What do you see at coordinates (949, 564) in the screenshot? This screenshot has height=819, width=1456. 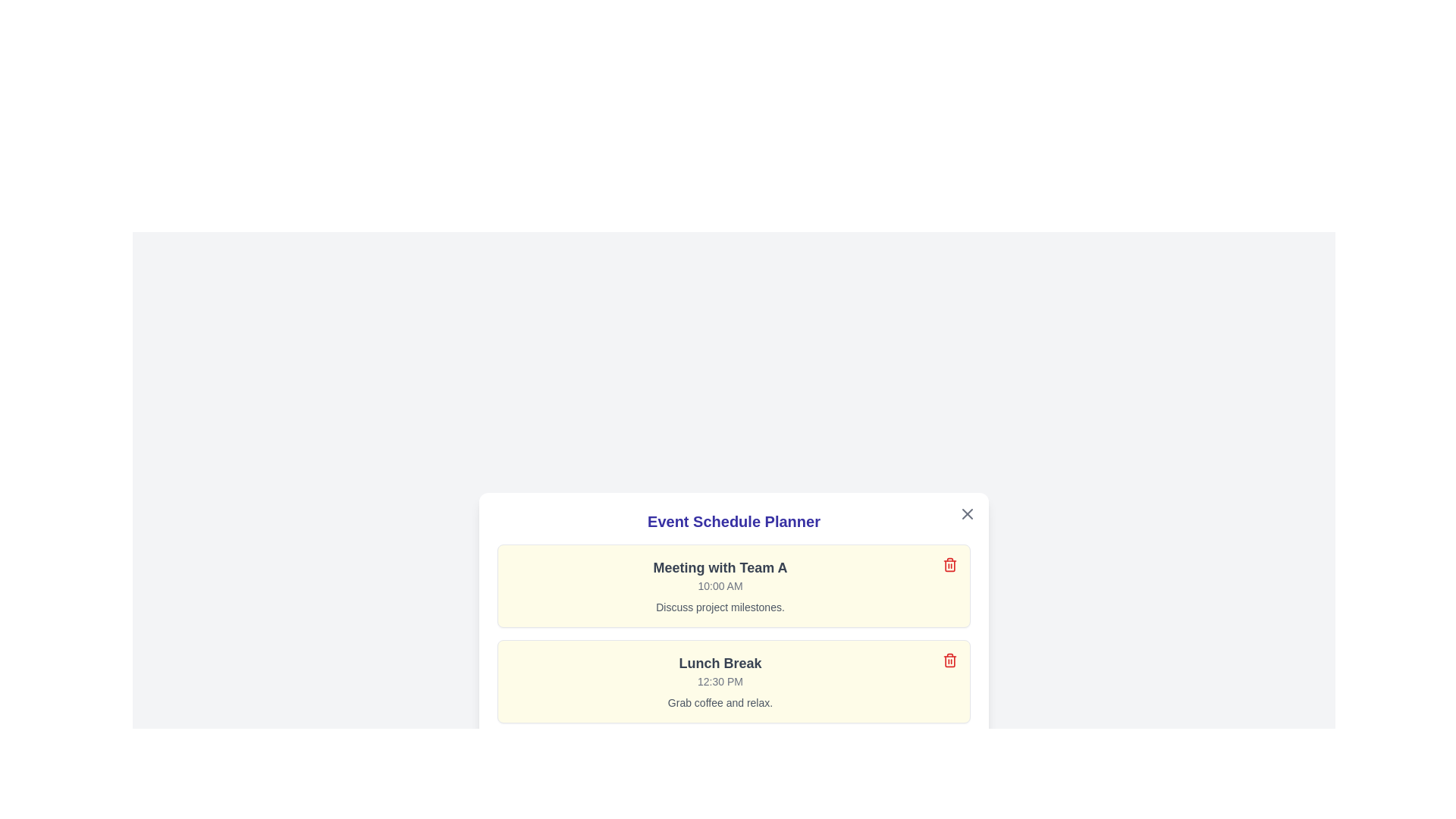 I see `the red trash icon button` at bounding box center [949, 564].